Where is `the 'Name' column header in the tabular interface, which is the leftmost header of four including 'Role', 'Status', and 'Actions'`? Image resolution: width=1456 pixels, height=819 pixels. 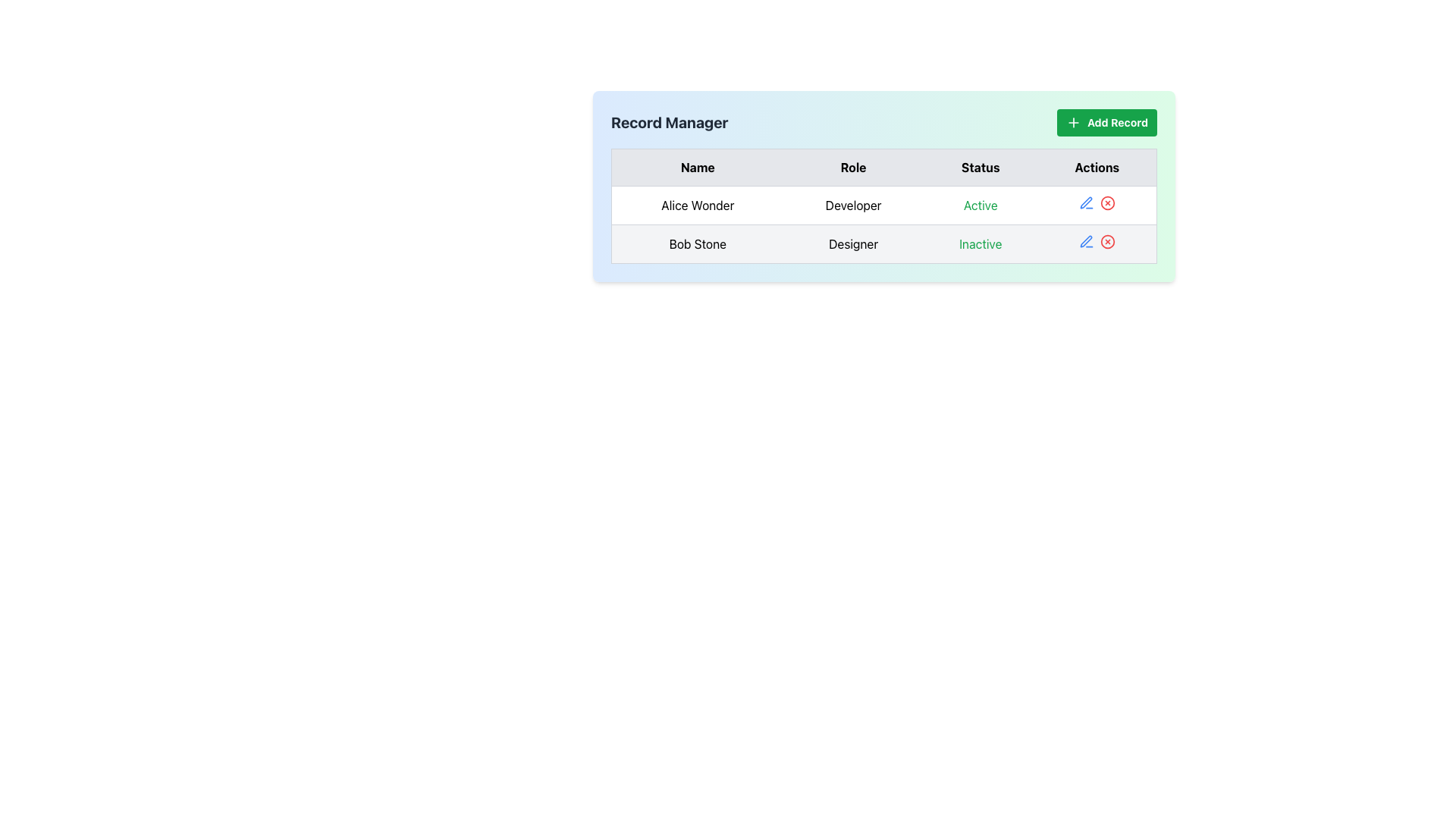
the 'Name' column header in the tabular interface, which is the leftmost header of four including 'Role', 'Status', and 'Actions' is located at coordinates (697, 167).